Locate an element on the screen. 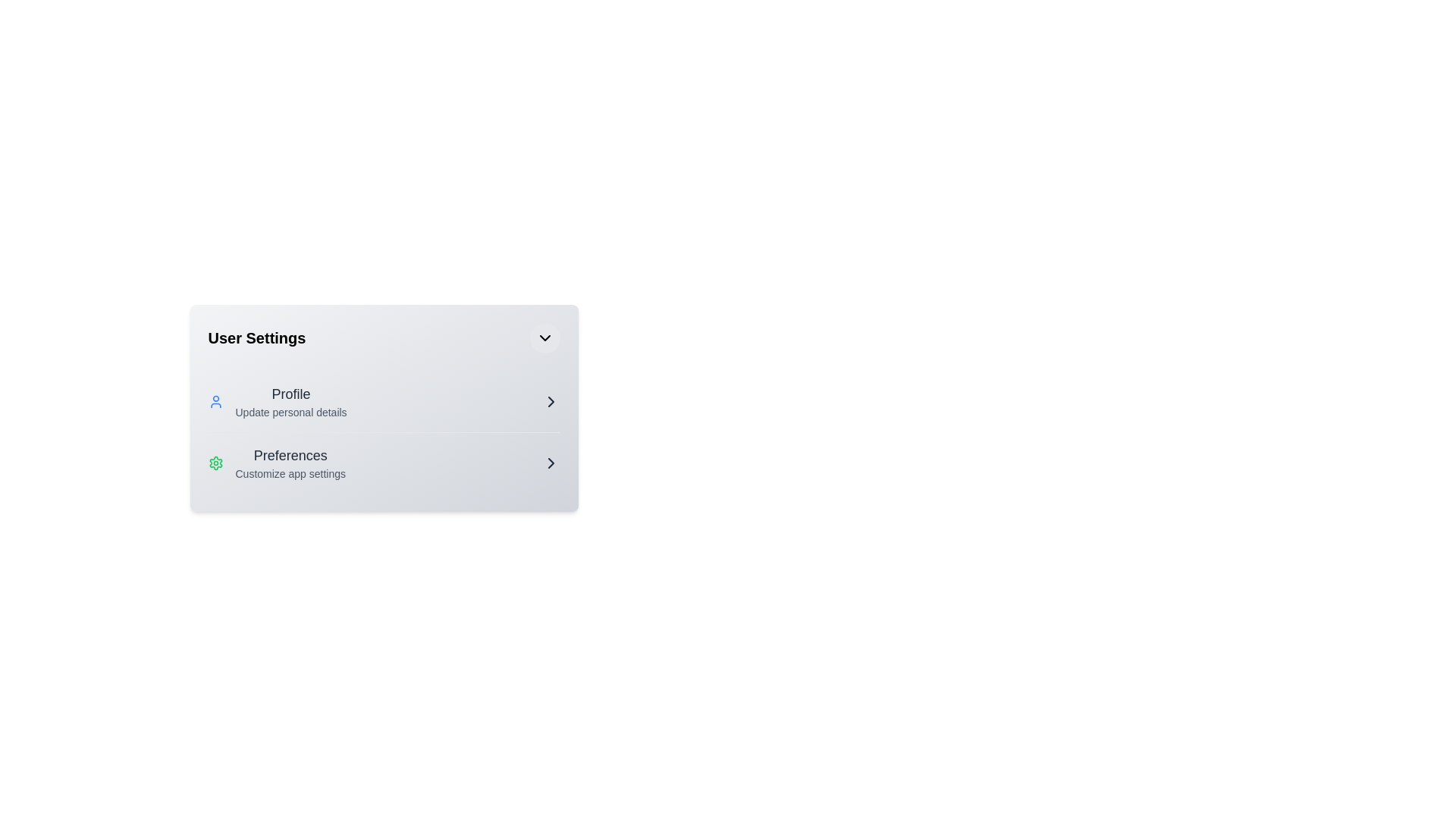 The height and width of the screenshot is (819, 1456). the user profile icon in the 'User Settings' section, which is the leftmost component of the first line item labeled 'Profile' is located at coordinates (215, 400).